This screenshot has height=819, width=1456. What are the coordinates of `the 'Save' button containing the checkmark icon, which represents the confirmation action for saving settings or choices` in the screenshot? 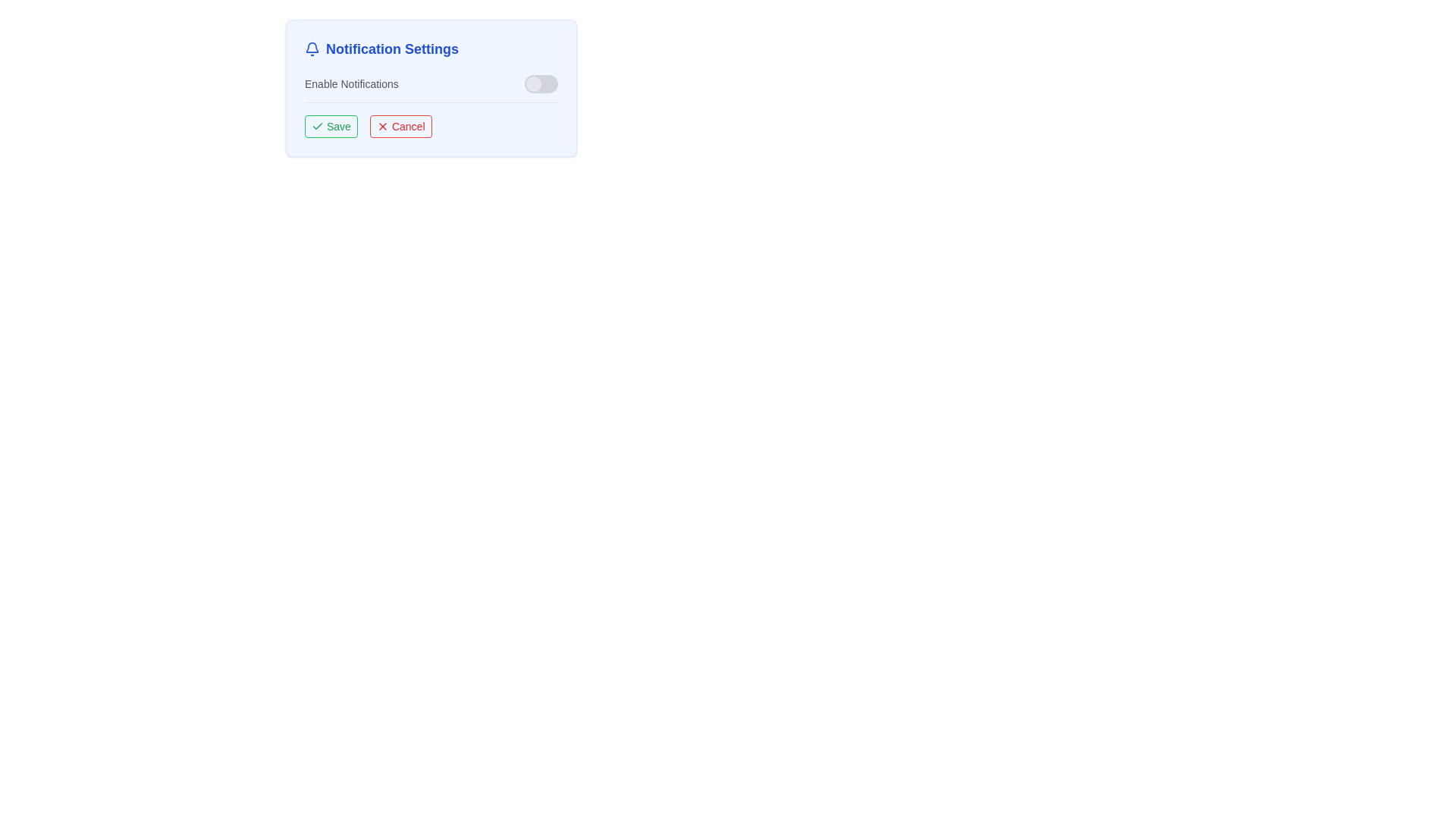 It's located at (316, 125).